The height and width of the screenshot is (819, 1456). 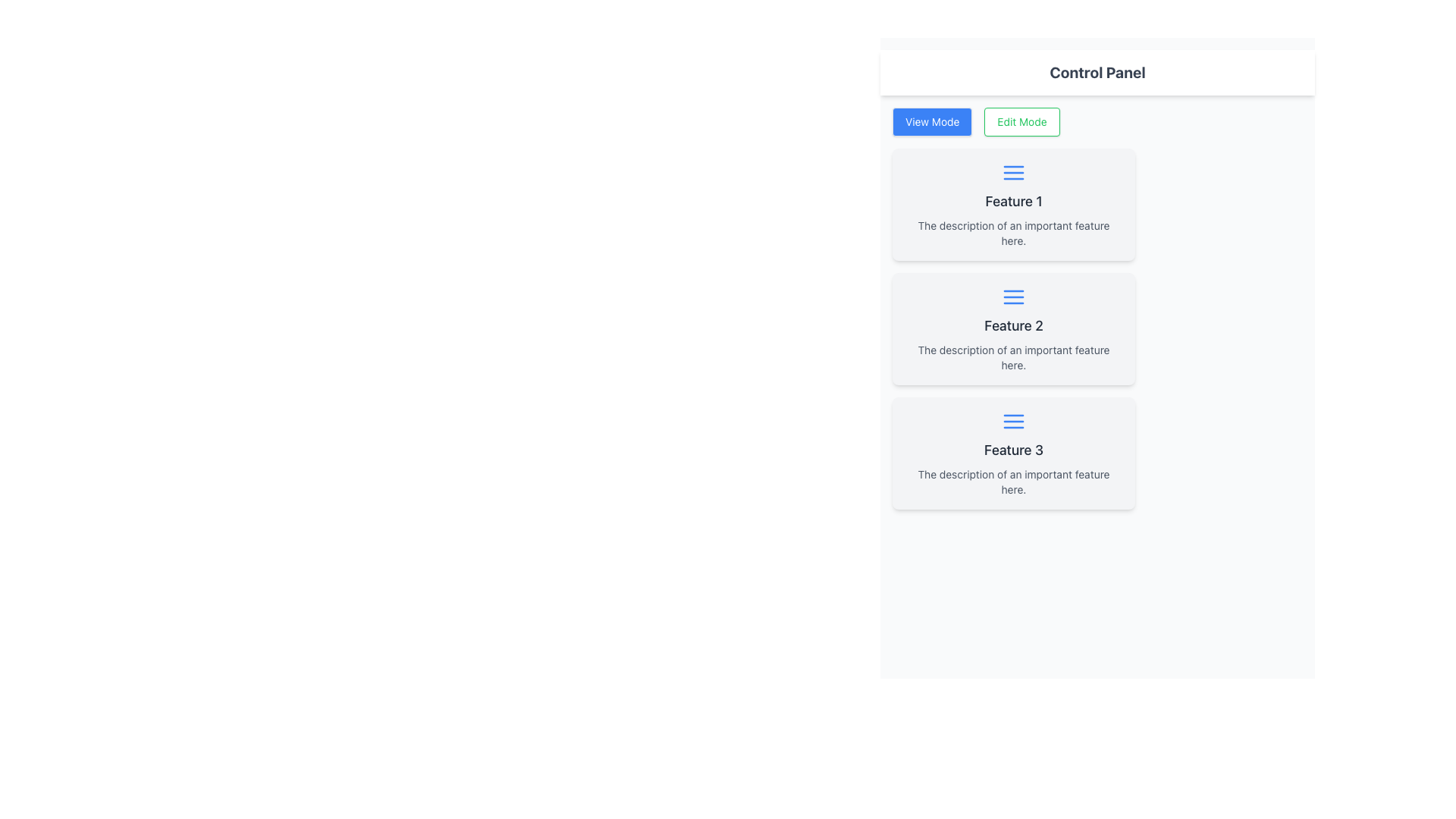 I want to click on the blue hamburger icon located at the top center of the second card, positioned above the 'Feature 2' text, so click(x=1014, y=297).